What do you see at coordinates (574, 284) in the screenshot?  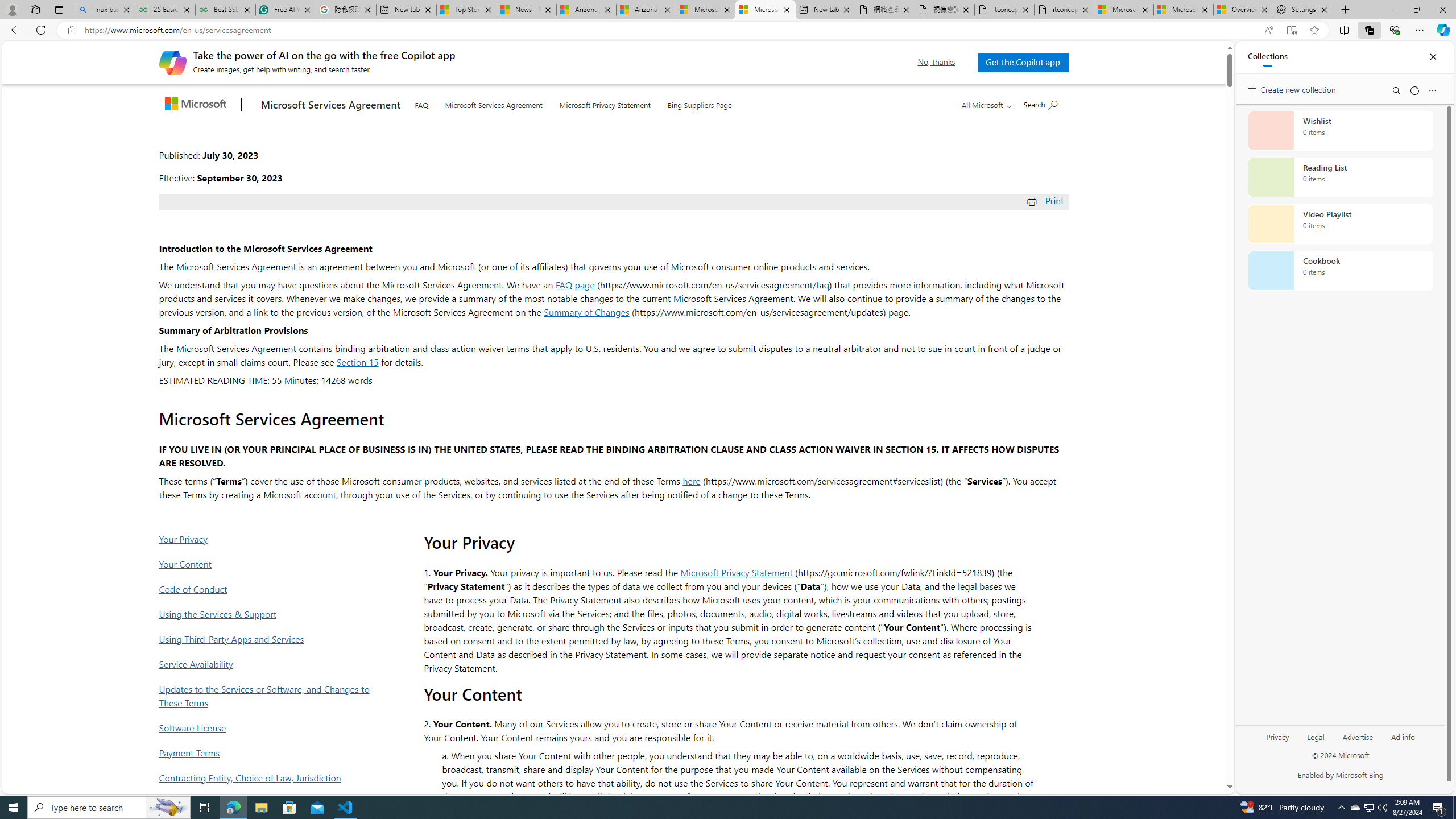 I see `'FAQ page'` at bounding box center [574, 284].